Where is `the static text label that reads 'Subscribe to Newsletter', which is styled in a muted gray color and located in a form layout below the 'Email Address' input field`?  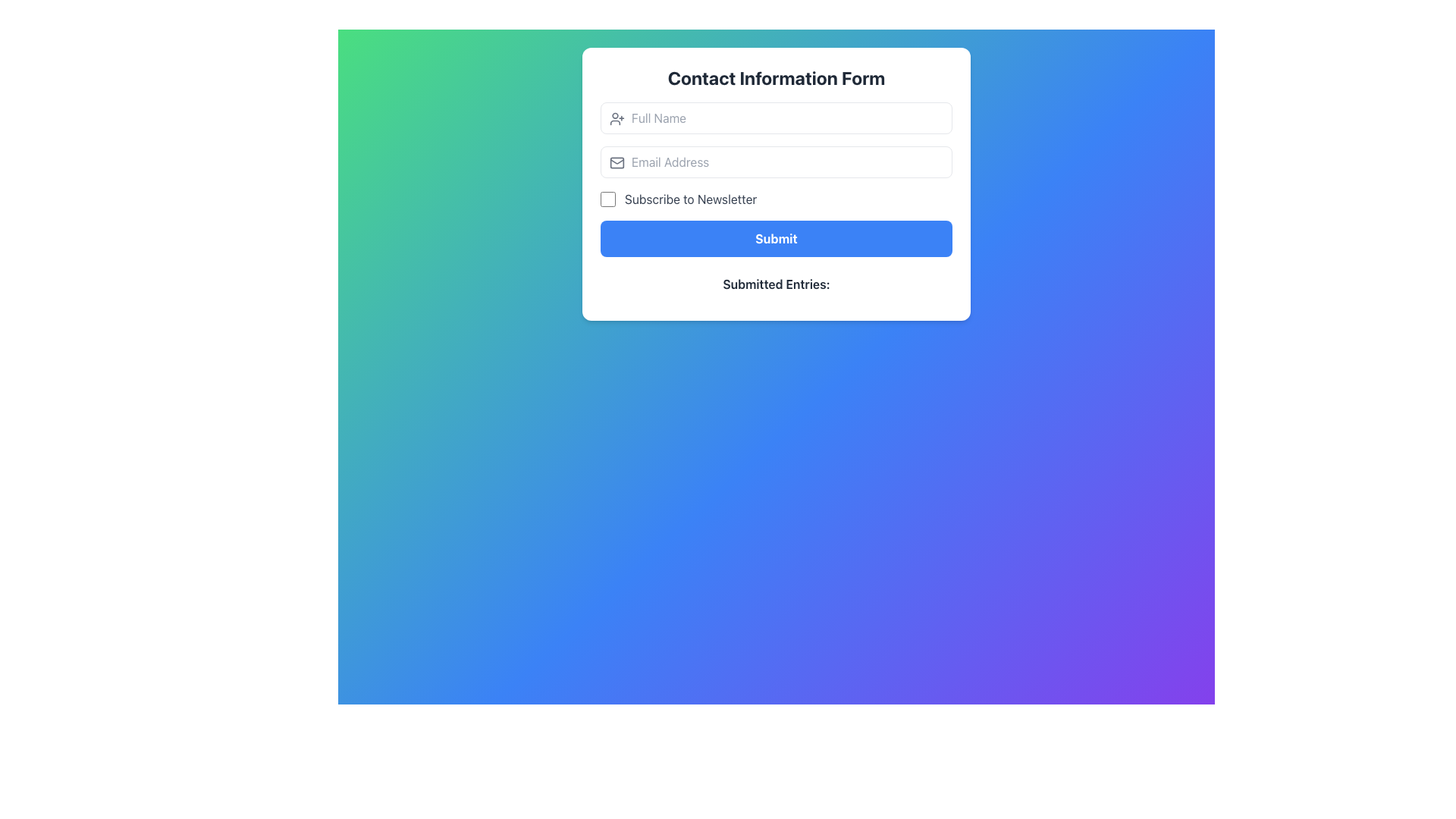 the static text label that reads 'Subscribe to Newsletter', which is styled in a muted gray color and located in a form layout below the 'Email Address' input field is located at coordinates (690, 198).